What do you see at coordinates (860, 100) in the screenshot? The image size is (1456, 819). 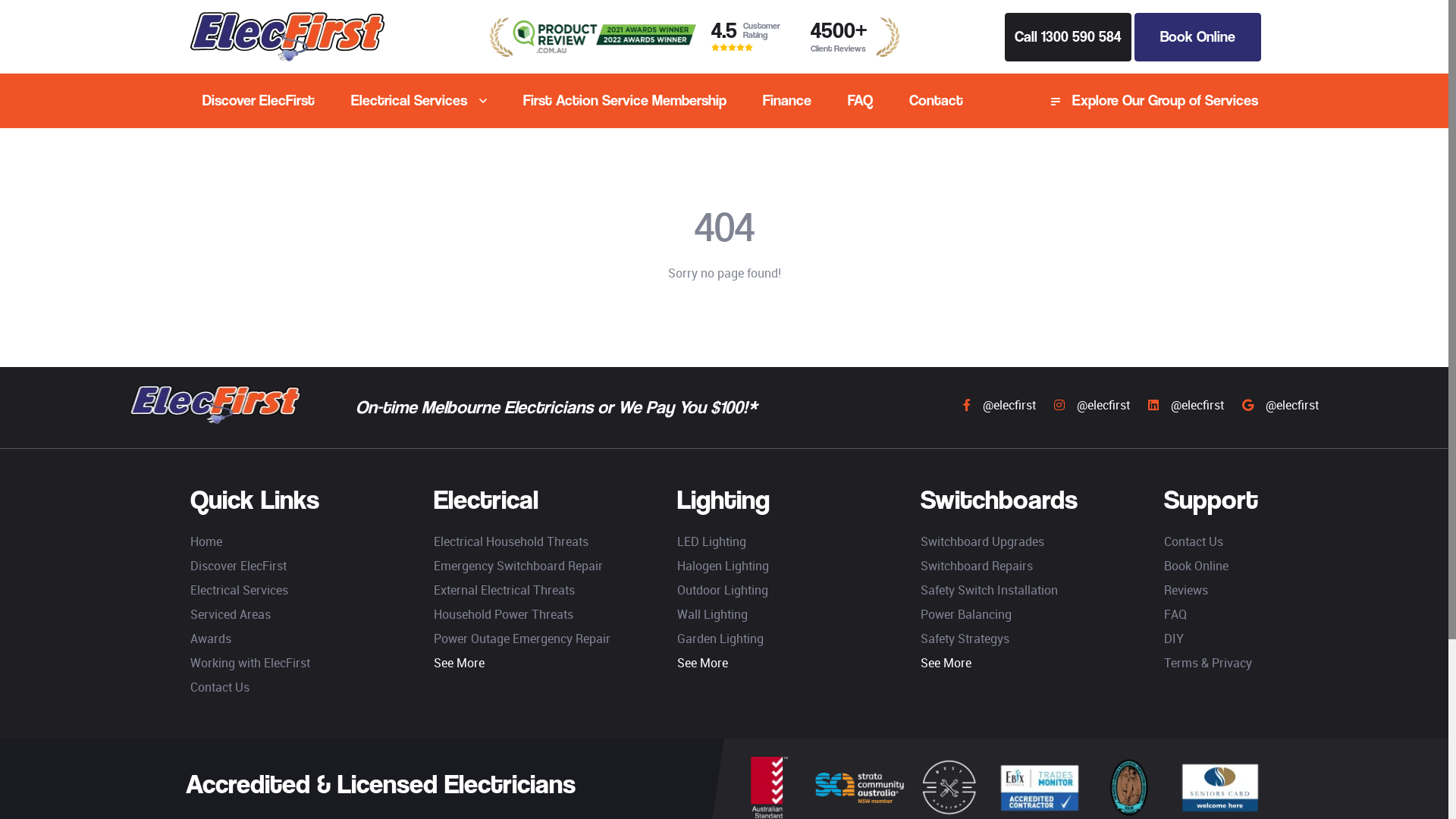 I see `'FAQ'` at bounding box center [860, 100].